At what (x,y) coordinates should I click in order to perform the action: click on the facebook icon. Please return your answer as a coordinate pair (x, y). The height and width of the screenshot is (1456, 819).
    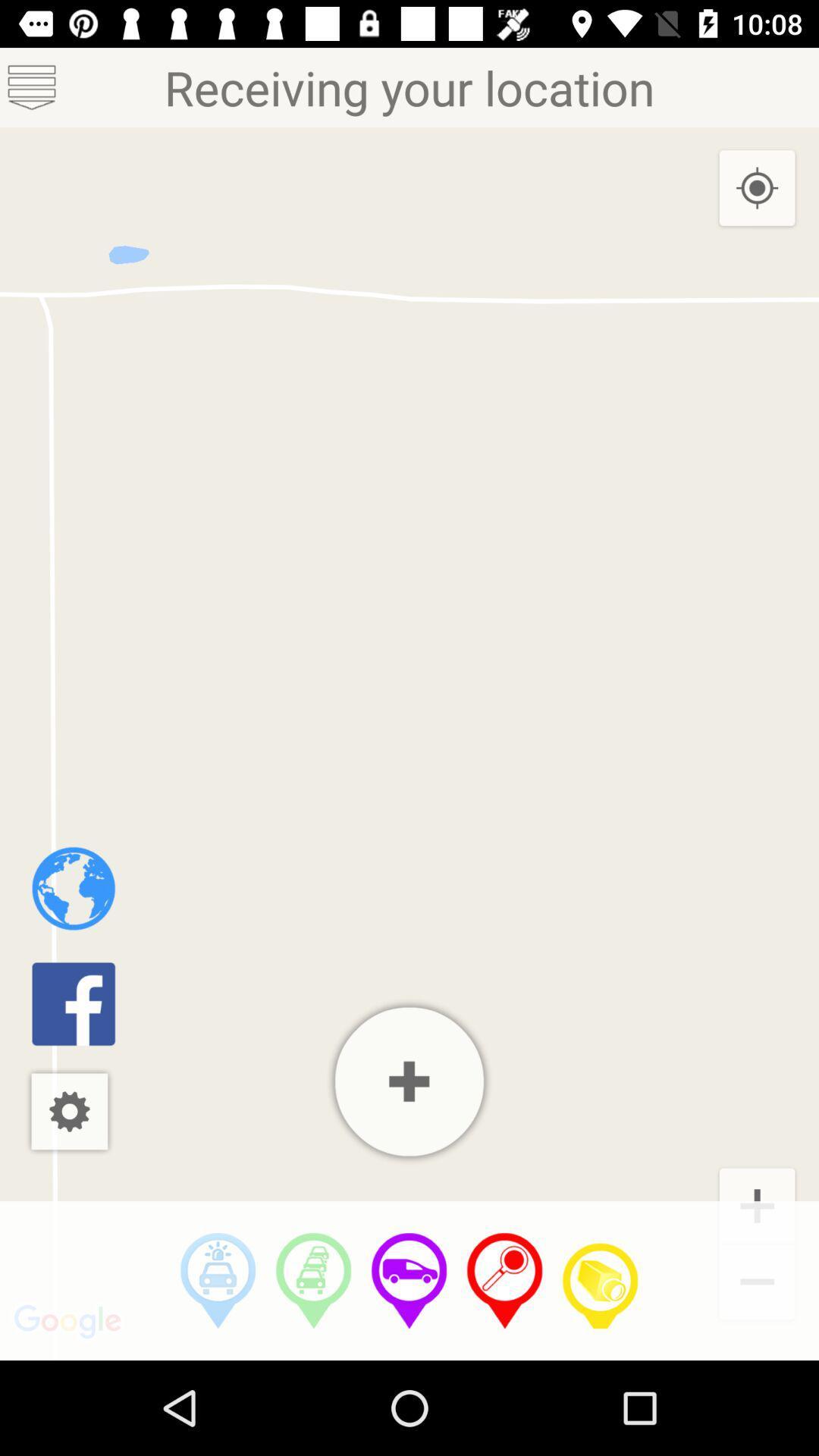
    Looking at the image, I should click on (74, 1004).